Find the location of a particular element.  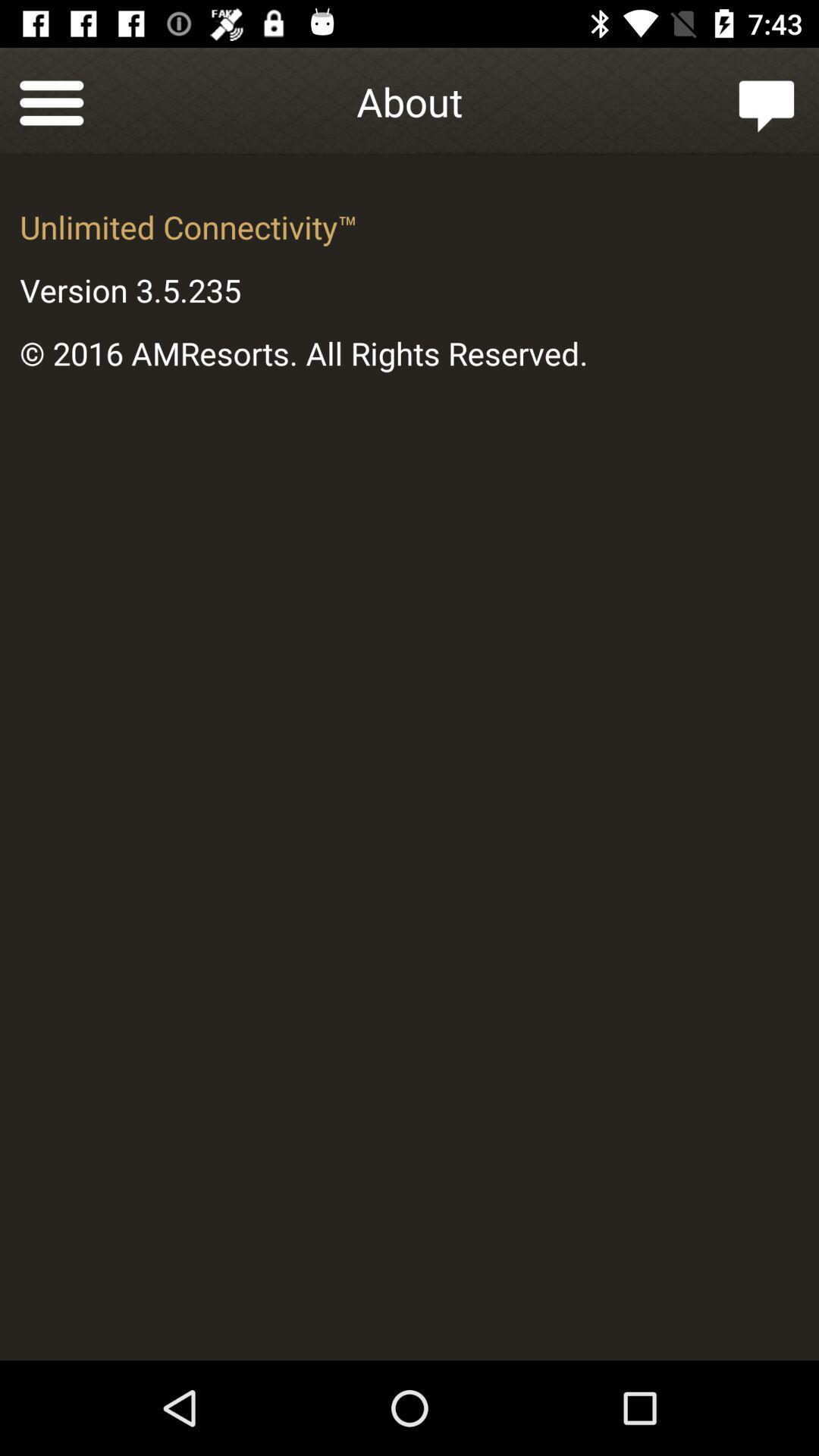

the chat icon is located at coordinates (767, 100).